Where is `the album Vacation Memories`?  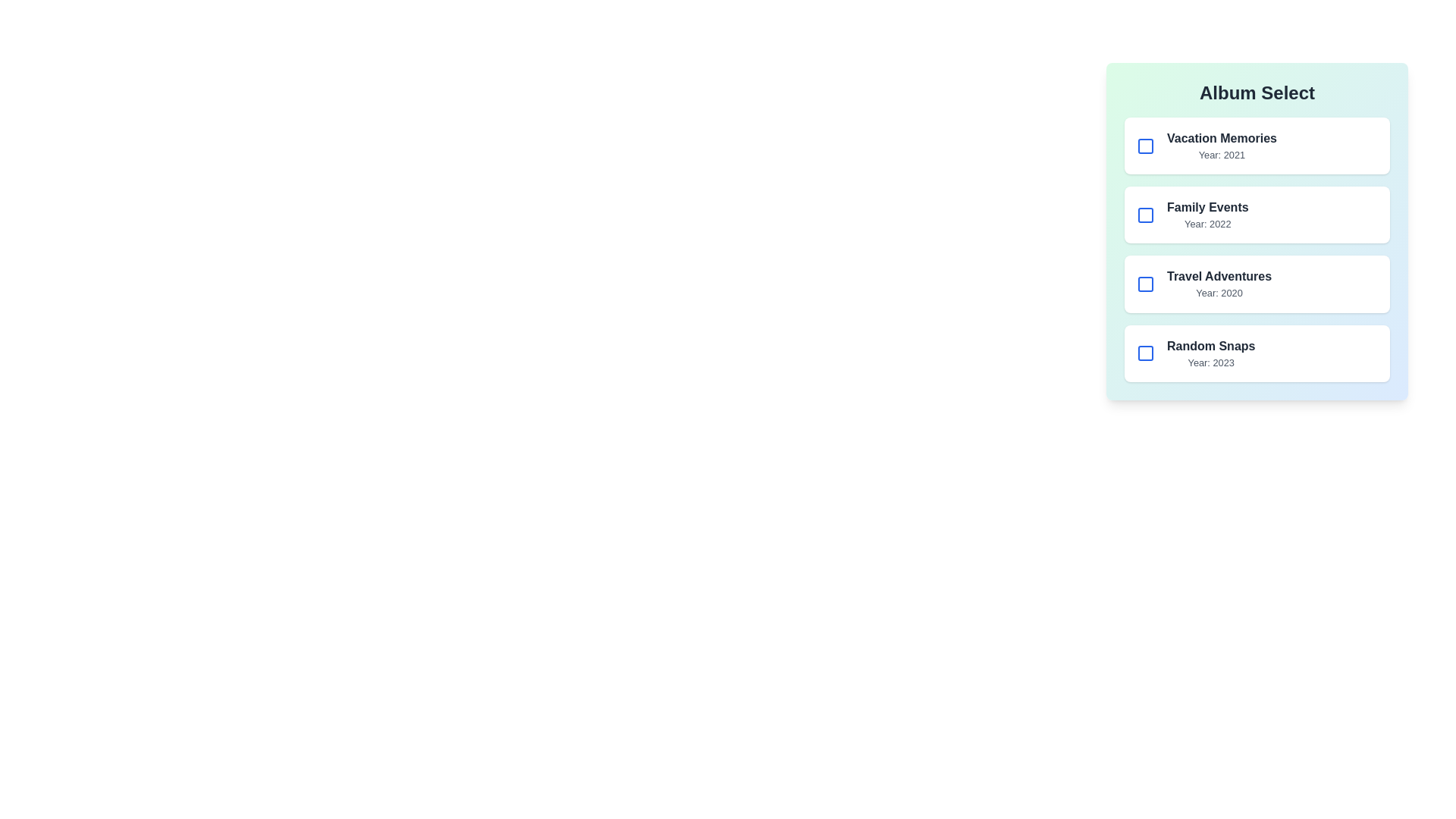
the album Vacation Memories is located at coordinates (1146, 146).